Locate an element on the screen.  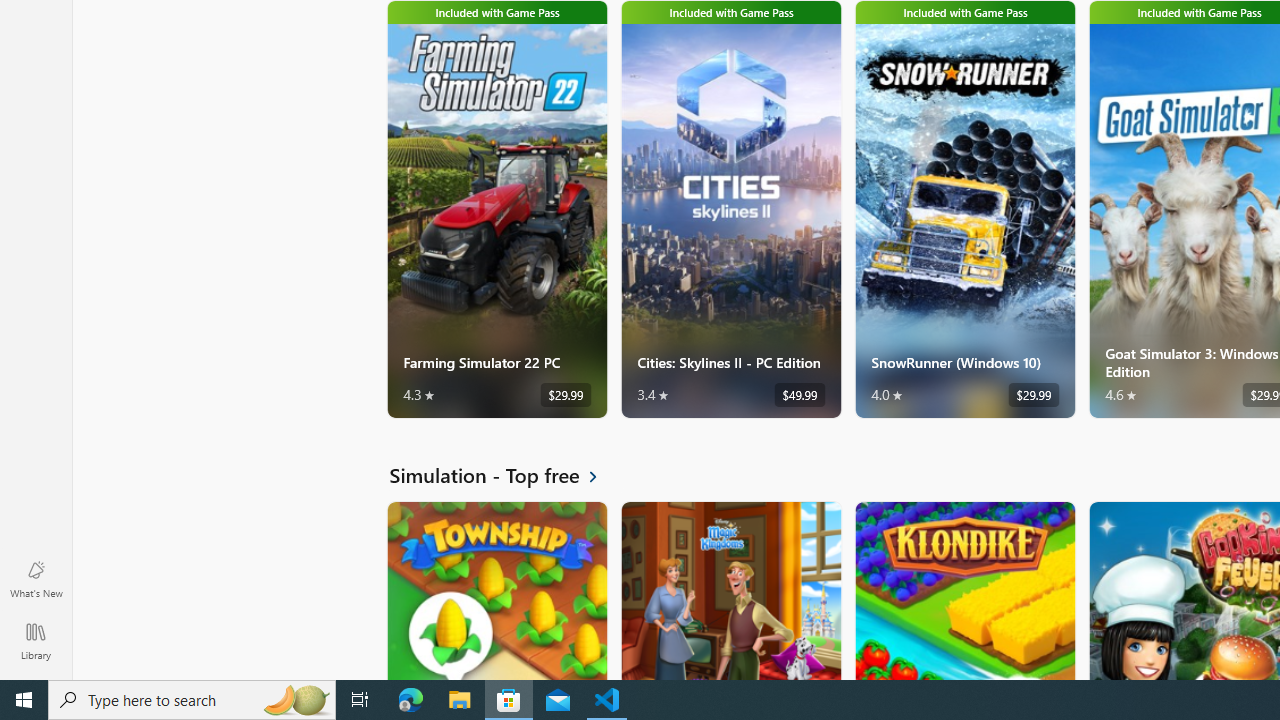
'Township. Average rating of 4.5 out of five stars. Free  ' is located at coordinates (497, 589).